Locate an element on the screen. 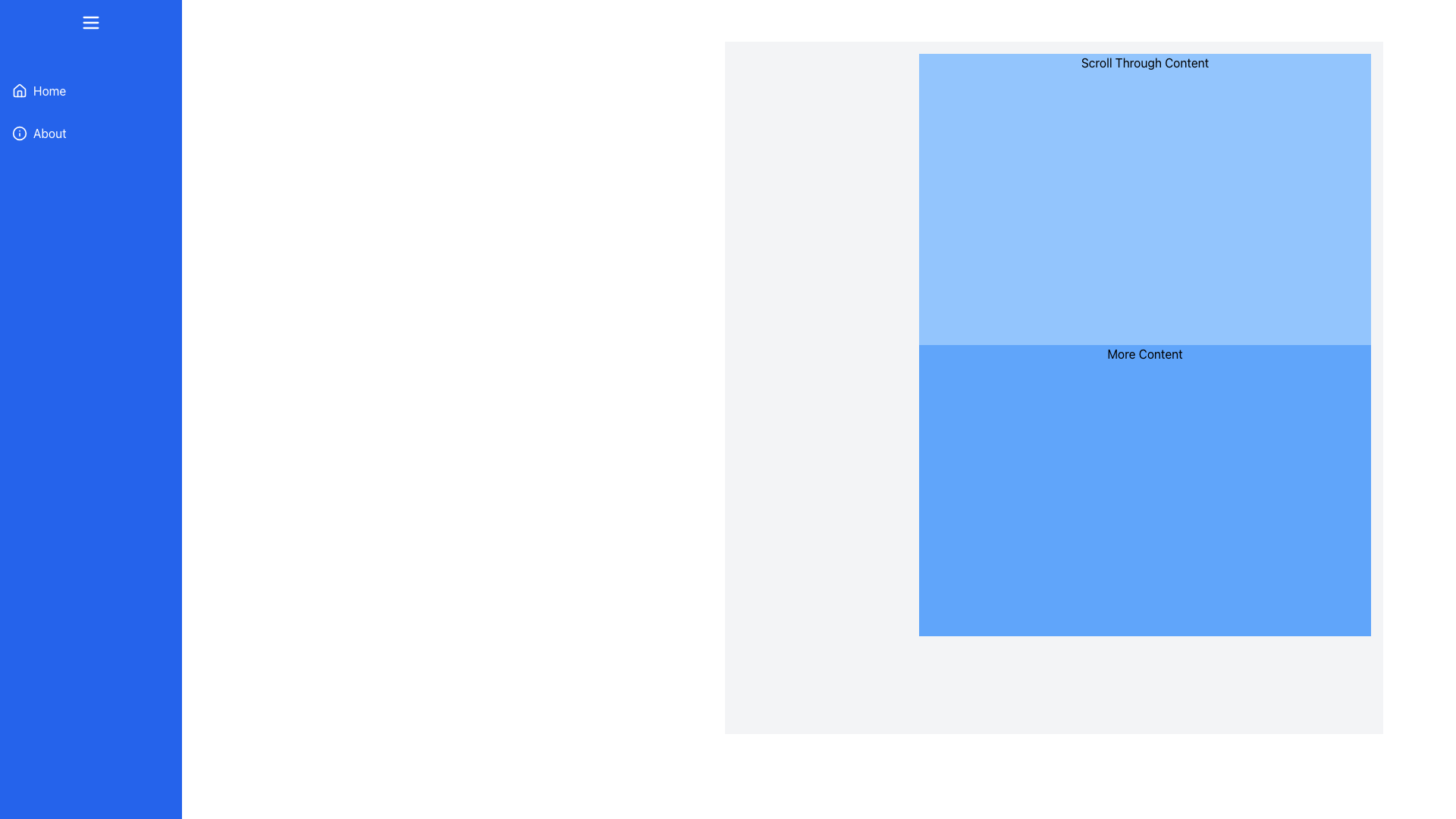 Image resolution: width=1456 pixels, height=819 pixels. the house icon in the vertical navigation menu associated with the 'Home' text is located at coordinates (19, 90).